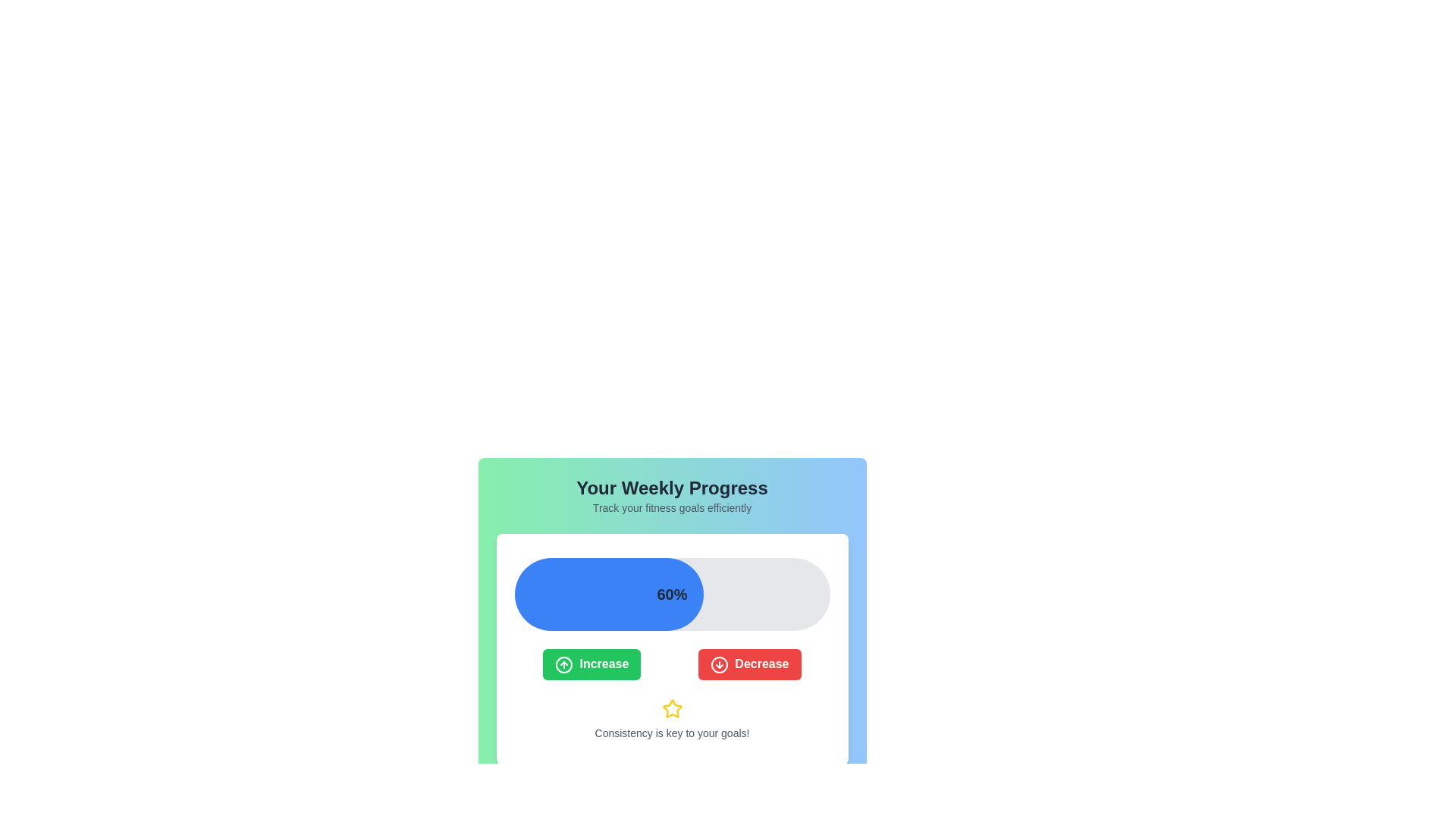 The image size is (1456, 819). What do you see at coordinates (671, 593) in the screenshot?
I see `the horizontal progress bar filled with blue color that displays '60%' in the center, located above the 'Increase' and 'Decrease' buttons` at bounding box center [671, 593].